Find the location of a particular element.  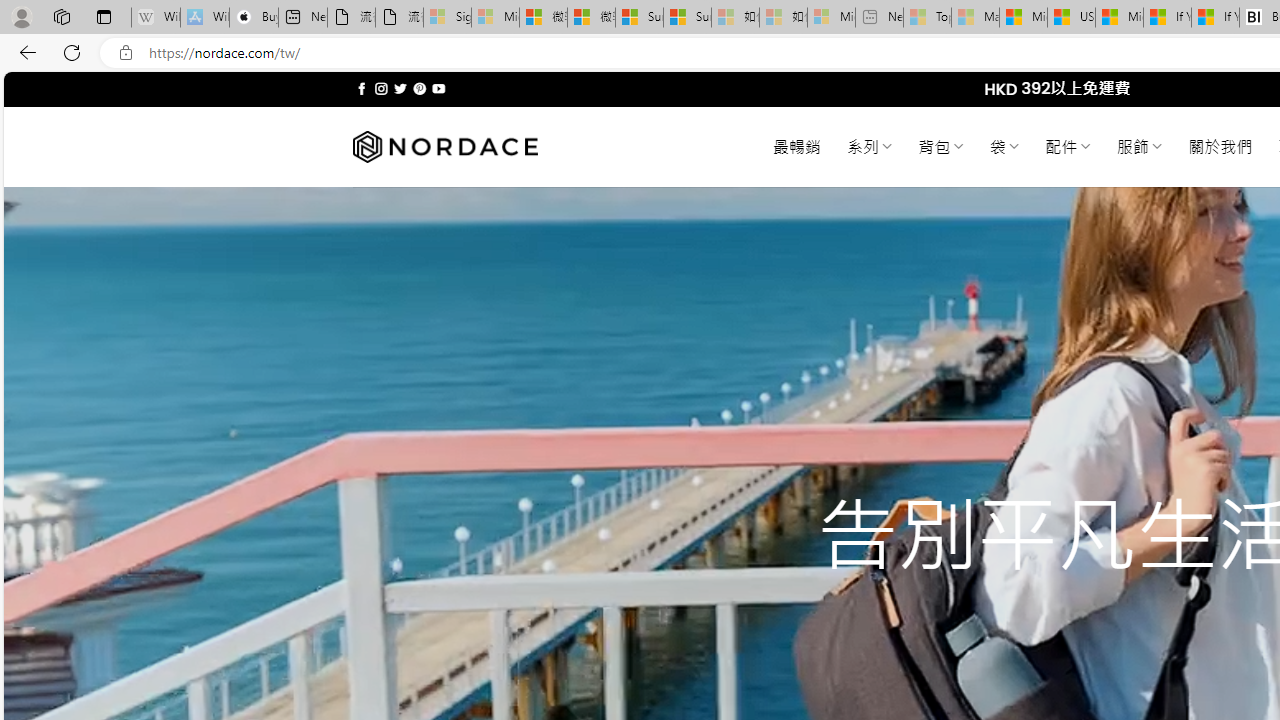

'Marine life - MSN - Sleeping' is located at coordinates (976, 17).